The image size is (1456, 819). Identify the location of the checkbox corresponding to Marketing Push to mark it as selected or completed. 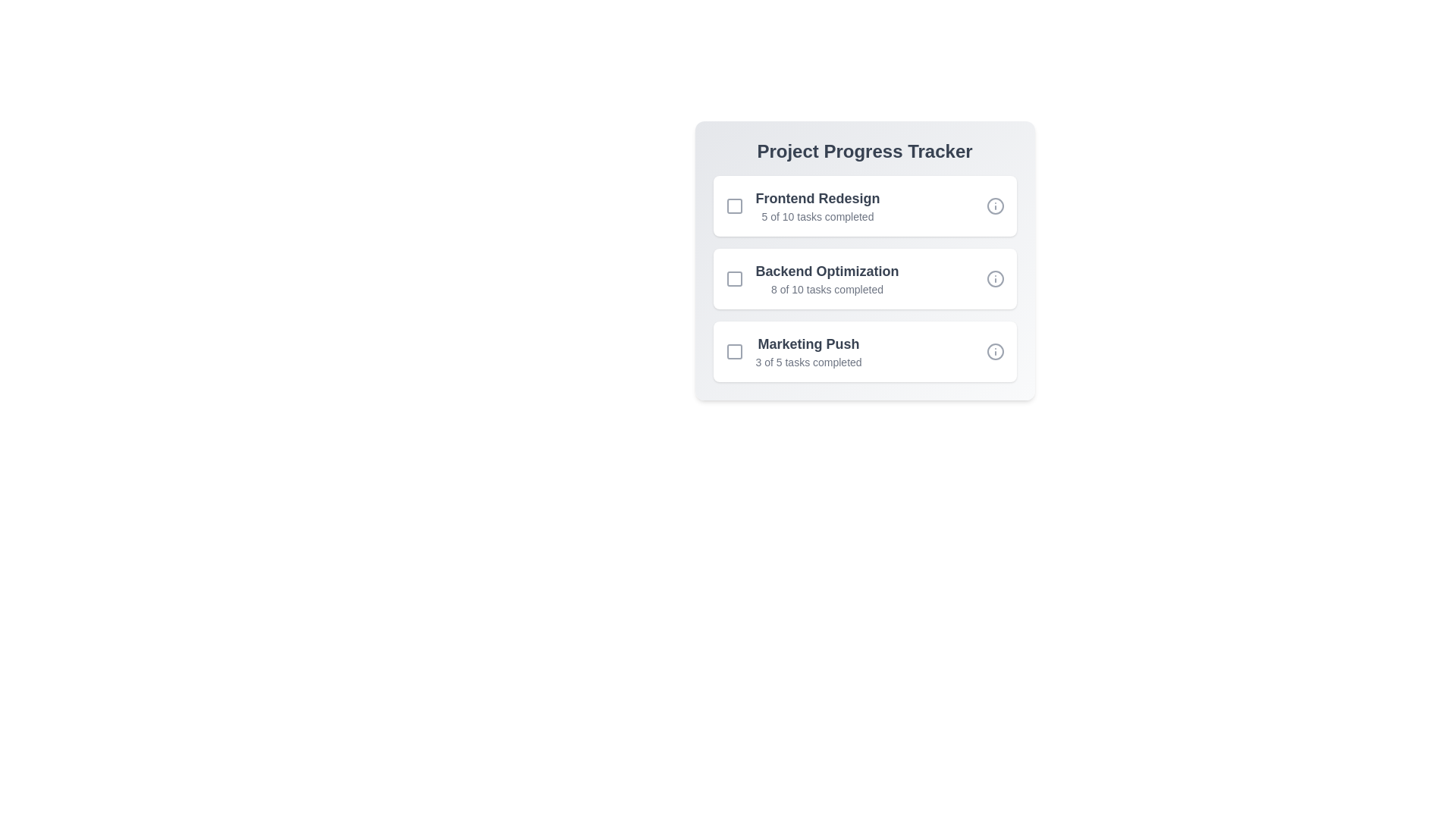
(734, 351).